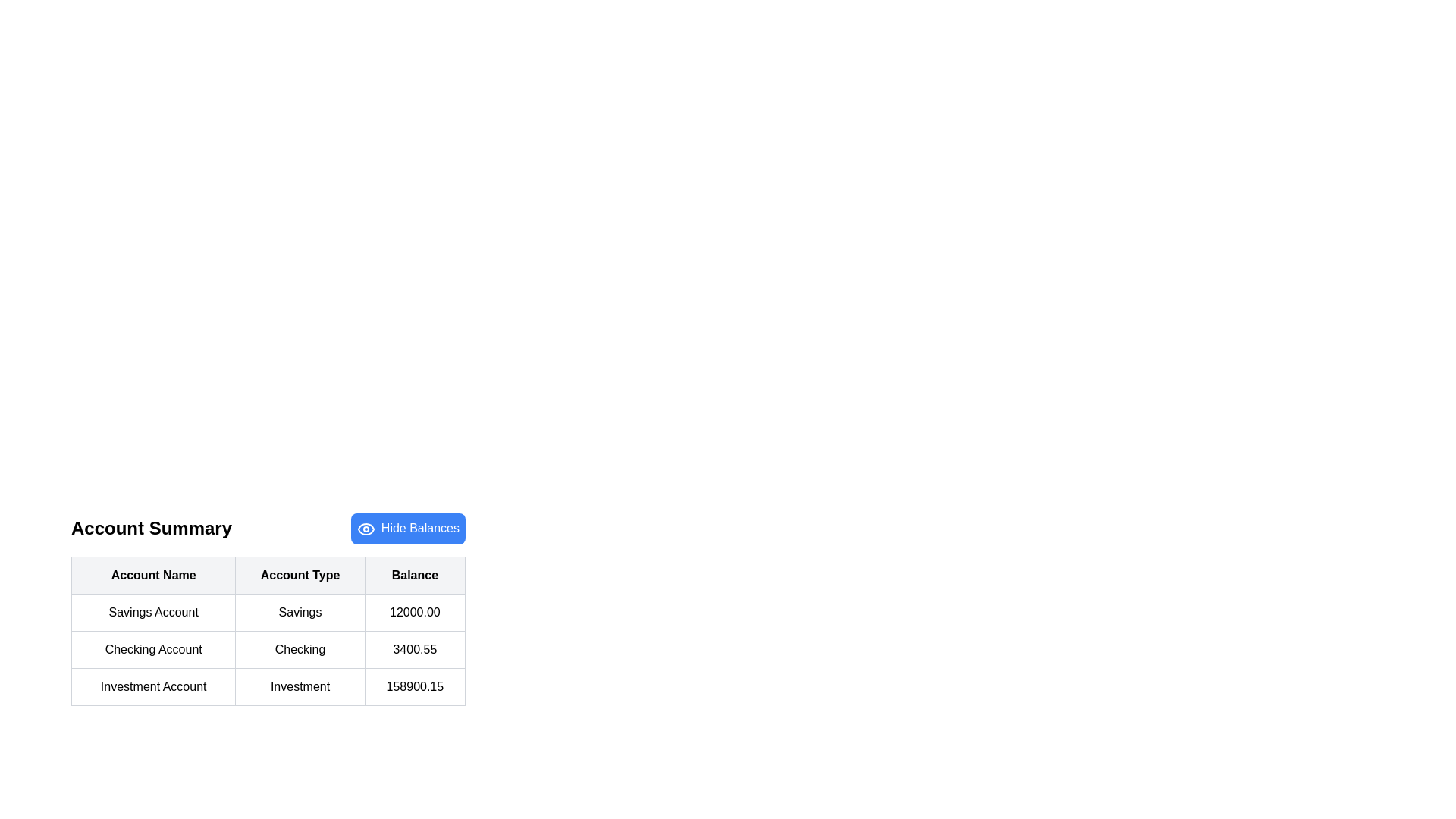 The height and width of the screenshot is (819, 1456). What do you see at coordinates (415, 611) in the screenshot?
I see `the Static Text Display that shows the numeric balance value in the 'Balance' column of the 'Account Summary' table for the 'Savings Account'` at bounding box center [415, 611].